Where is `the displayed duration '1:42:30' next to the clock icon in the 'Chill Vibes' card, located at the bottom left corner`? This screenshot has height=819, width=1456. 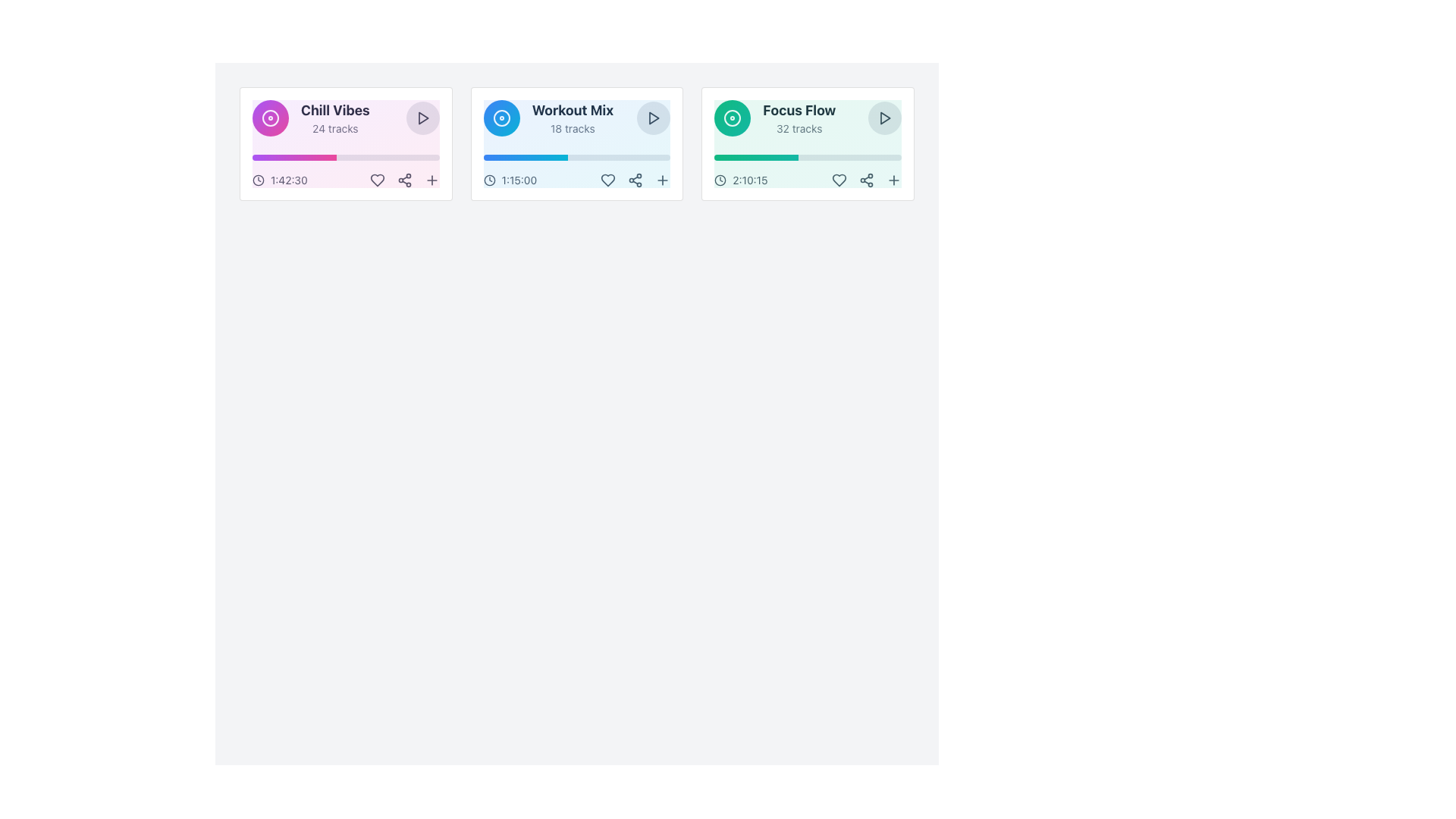
the displayed duration '1:42:30' next to the clock icon in the 'Chill Vibes' card, located at the bottom left corner is located at coordinates (280, 180).